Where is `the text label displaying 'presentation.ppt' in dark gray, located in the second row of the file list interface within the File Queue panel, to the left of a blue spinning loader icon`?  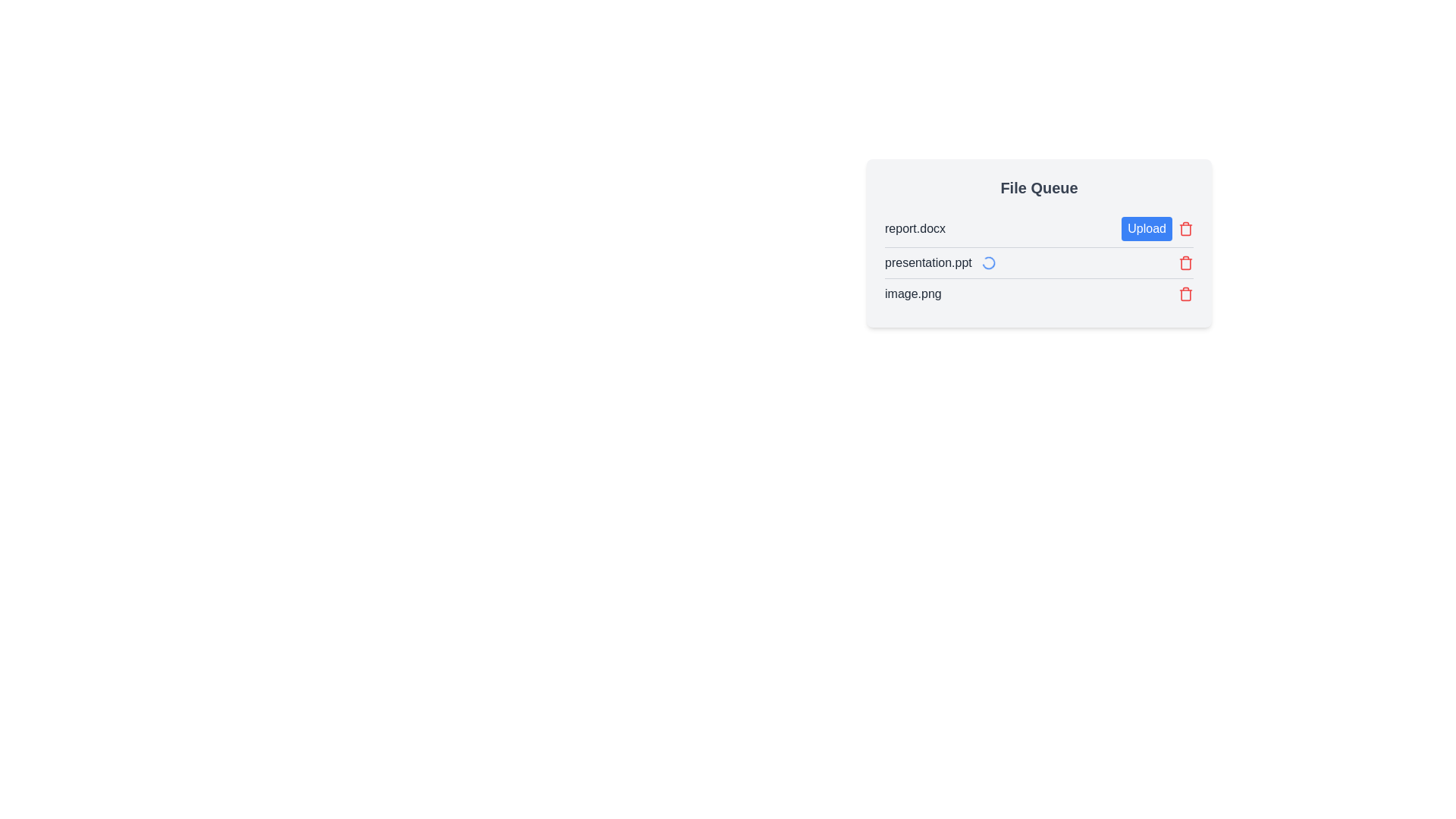
the text label displaying 'presentation.ppt' in dark gray, located in the second row of the file list interface within the File Queue panel, to the left of a blue spinning loader icon is located at coordinates (927, 262).